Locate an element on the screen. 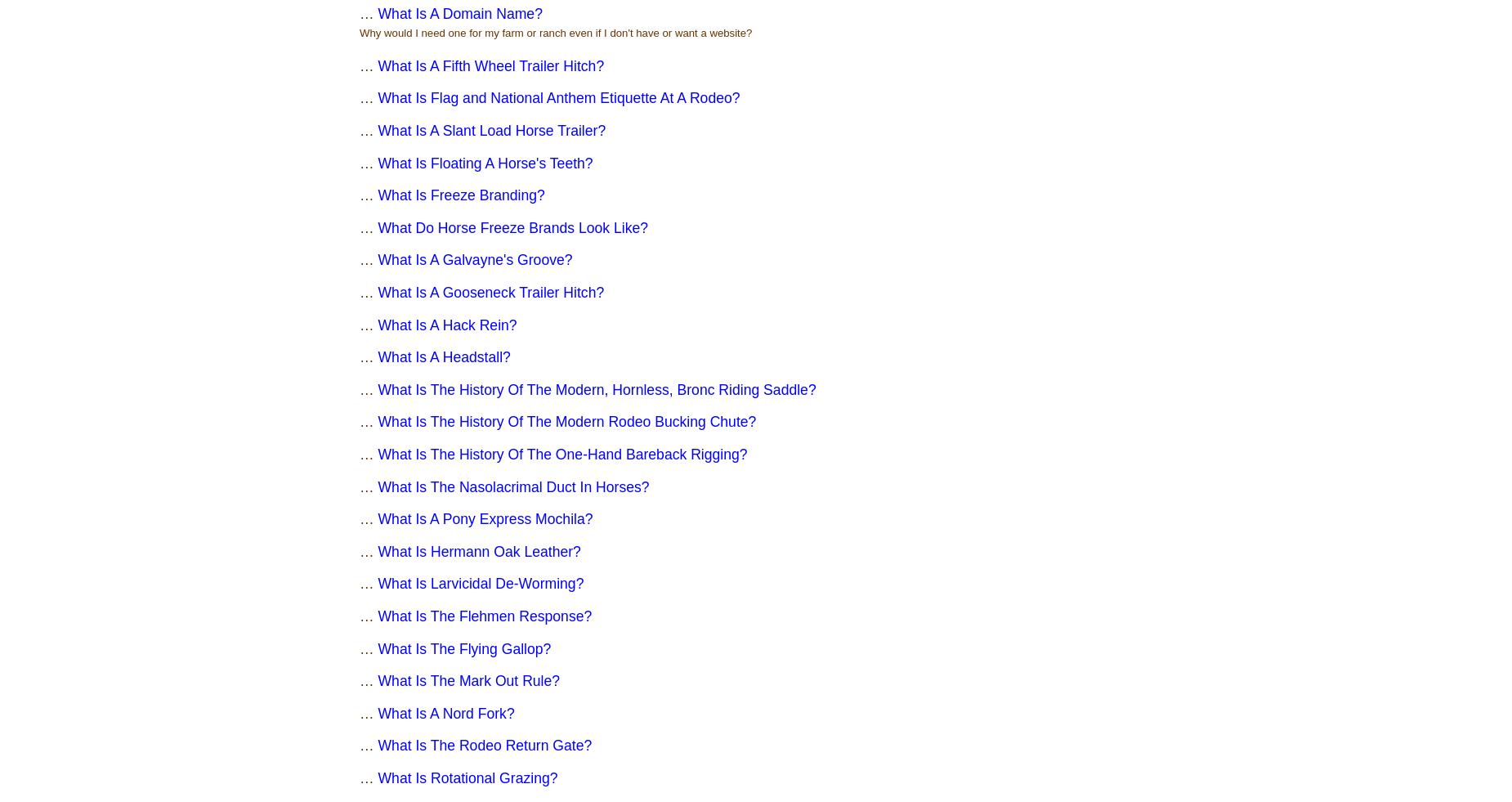 The image size is (1512, 802). 'What Is A Nord Fork?' is located at coordinates (445, 713).